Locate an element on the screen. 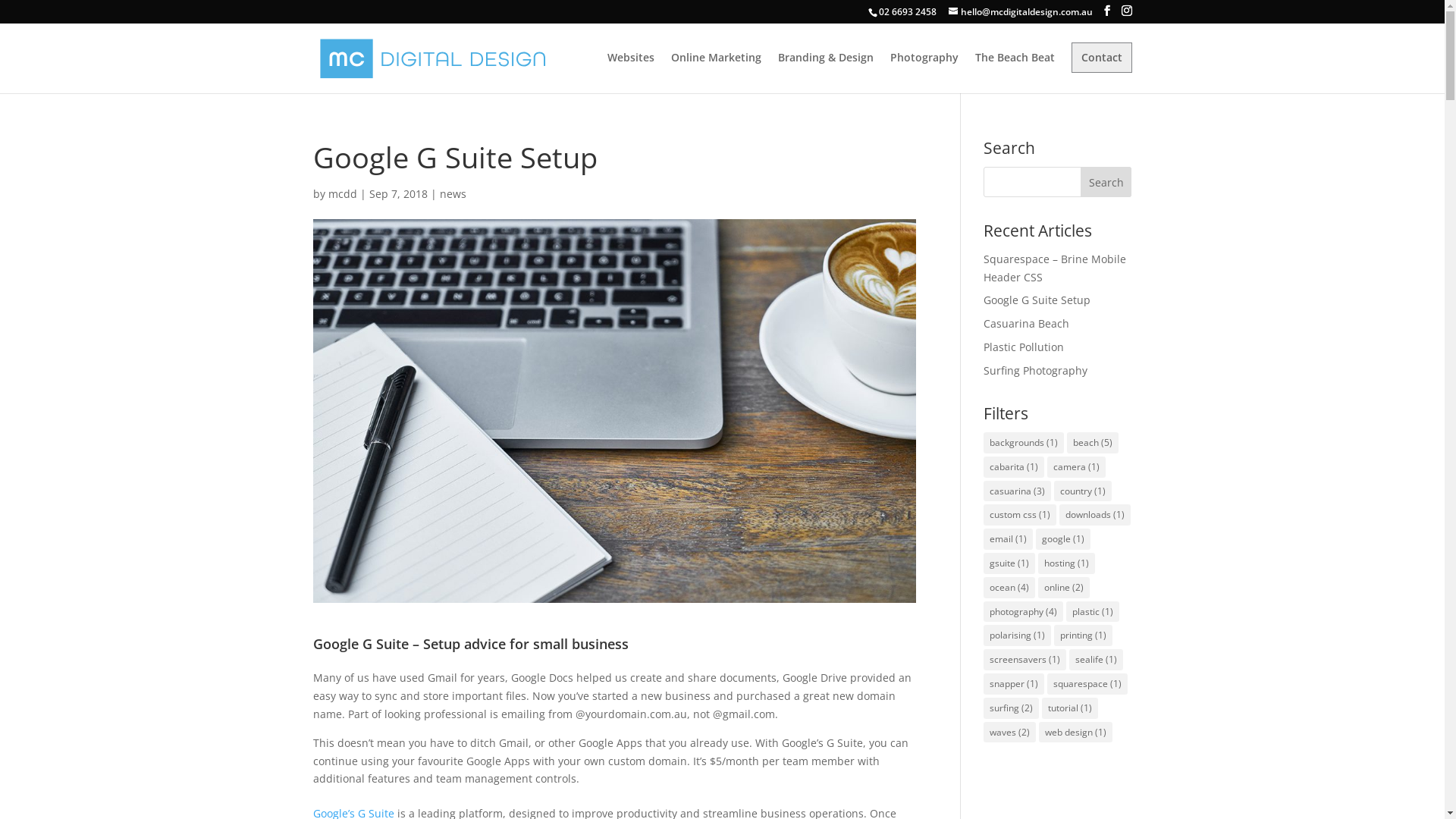 Image resolution: width=1456 pixels, height=819 pixels. 'casuarina (3)' is located at coordinates (1017, 491).